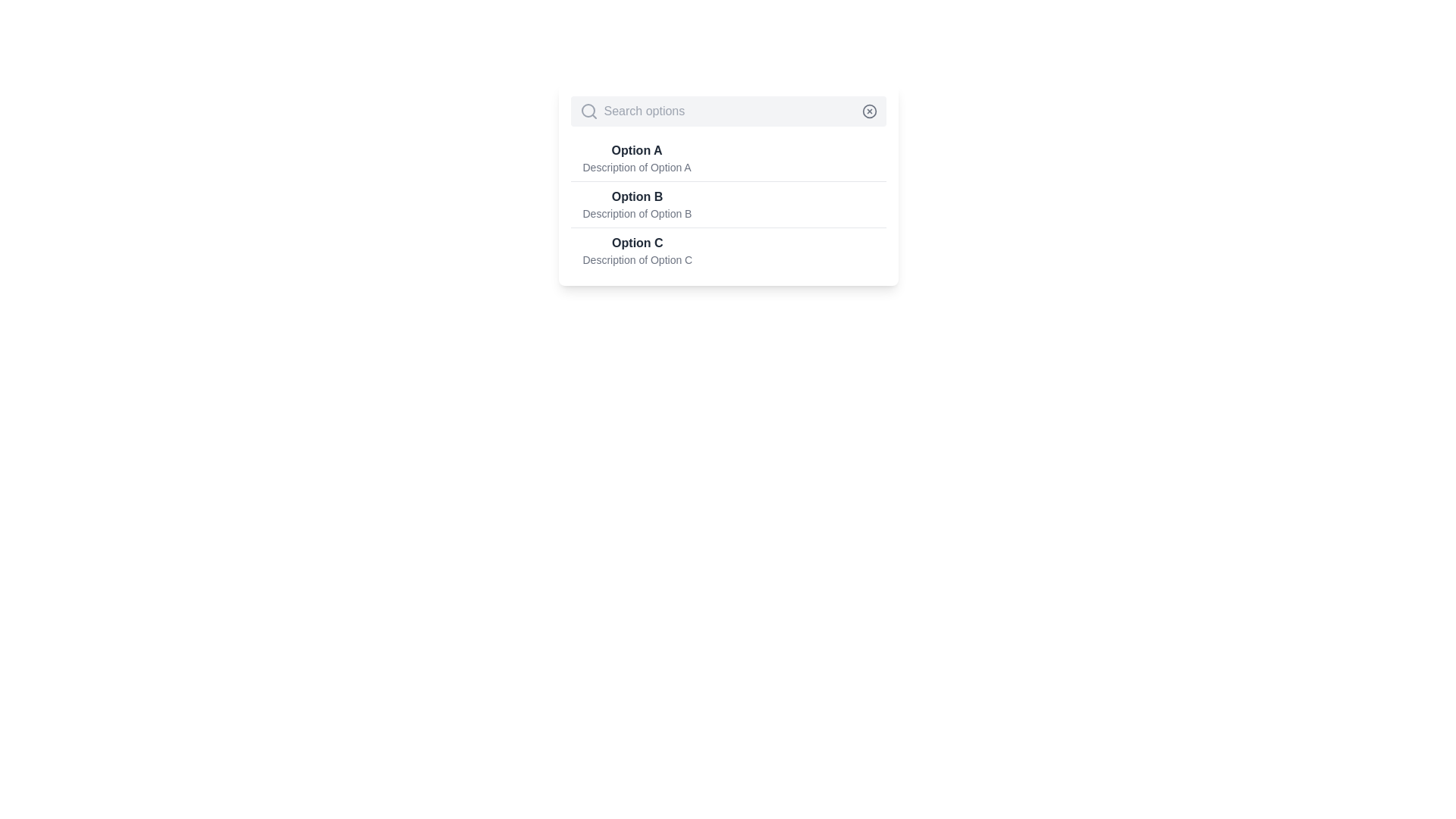 This screenshot has height=819, width=1456. I want to click on the second selectable option in the list, which is labeled 'Option B', so click(728, 184).